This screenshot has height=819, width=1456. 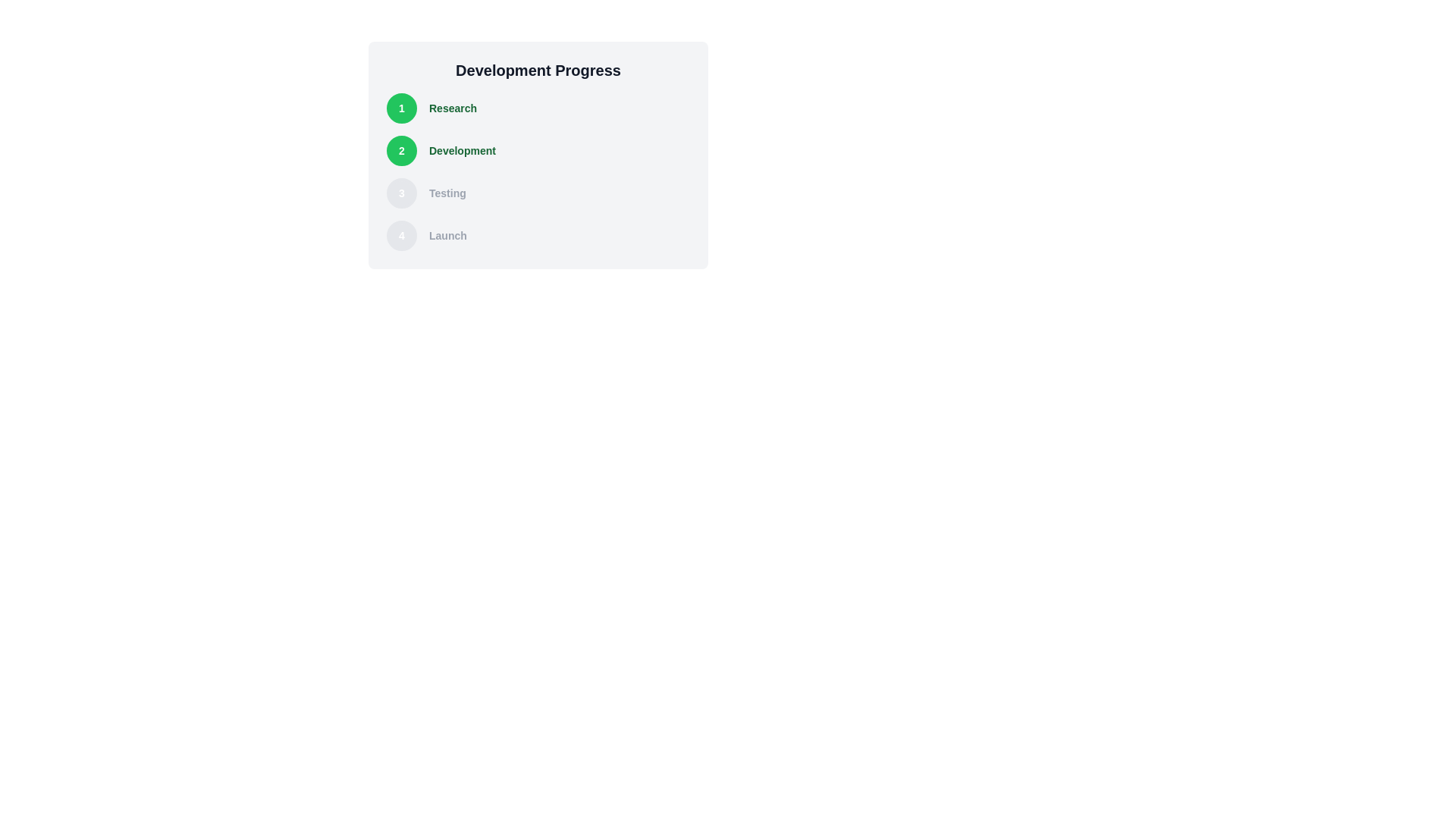 What do you see at coordinates (538, 151) in the screenshot?
I see `the 'Development' step indicator, which is the second step in the progress indicator, to check its current or completed status` at bounding box center [538, 151].